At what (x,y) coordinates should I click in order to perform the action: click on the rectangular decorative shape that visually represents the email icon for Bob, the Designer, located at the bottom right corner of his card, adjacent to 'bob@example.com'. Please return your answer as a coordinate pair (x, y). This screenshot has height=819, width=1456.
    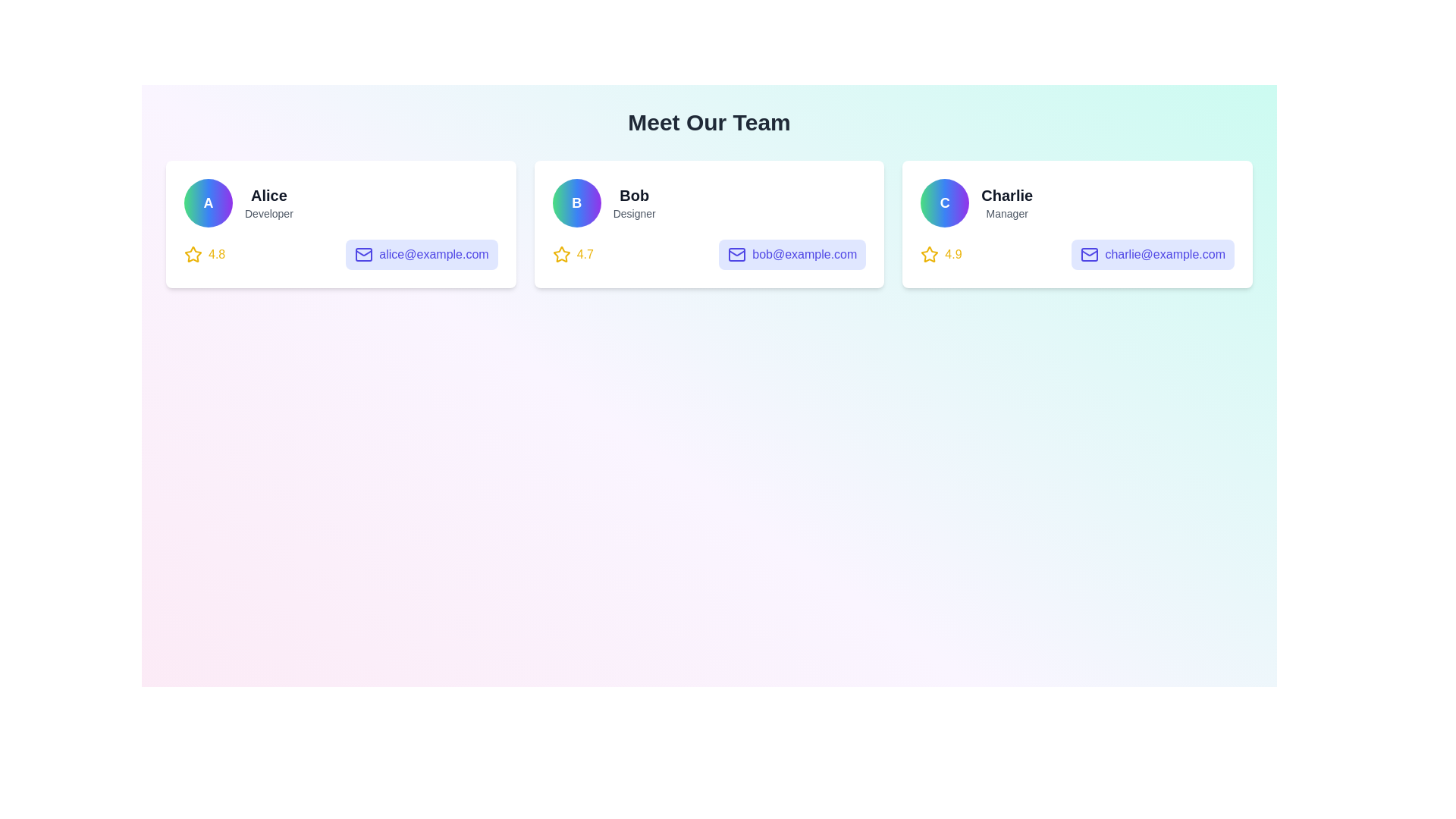
    Looking at the image, I should click on (737, 253).